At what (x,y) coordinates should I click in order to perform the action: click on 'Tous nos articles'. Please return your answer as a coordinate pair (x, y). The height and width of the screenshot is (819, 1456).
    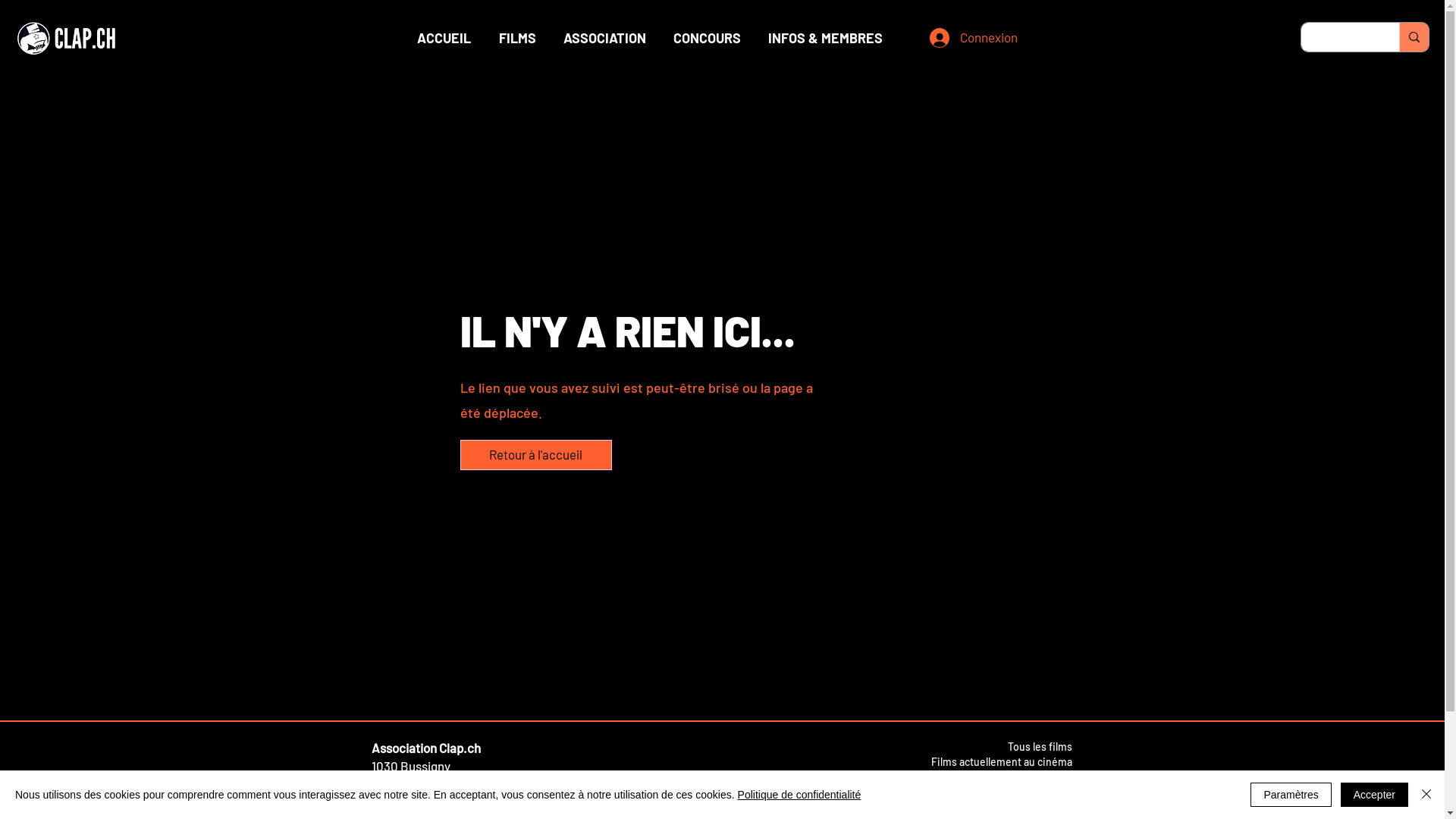
    Looking at the image, I should click on (1031, 790).